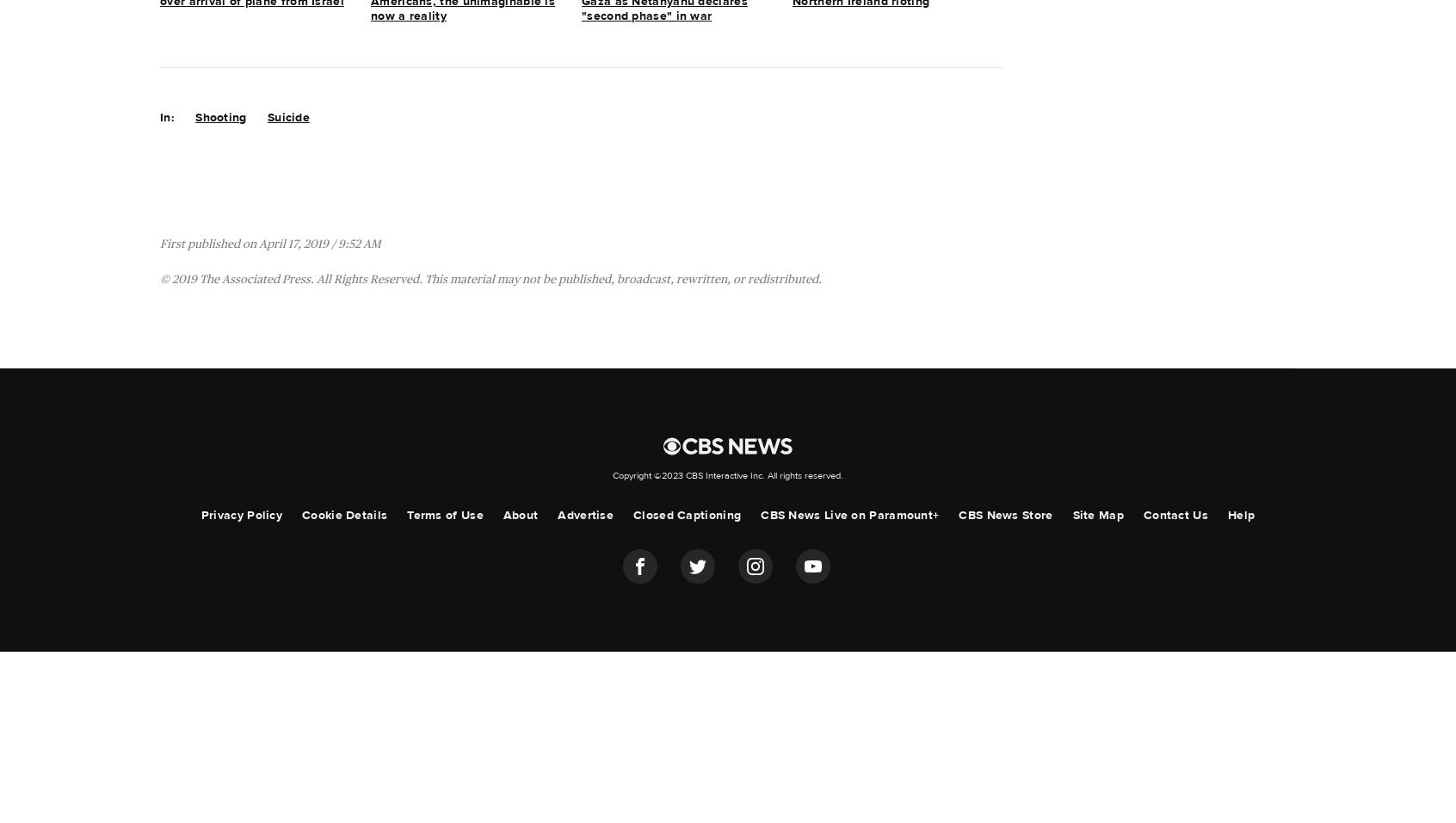  What do you see at coordinates (1096, 516) in the screenshot?
I see `'Site Map'` at bounding box center [1096, 516].